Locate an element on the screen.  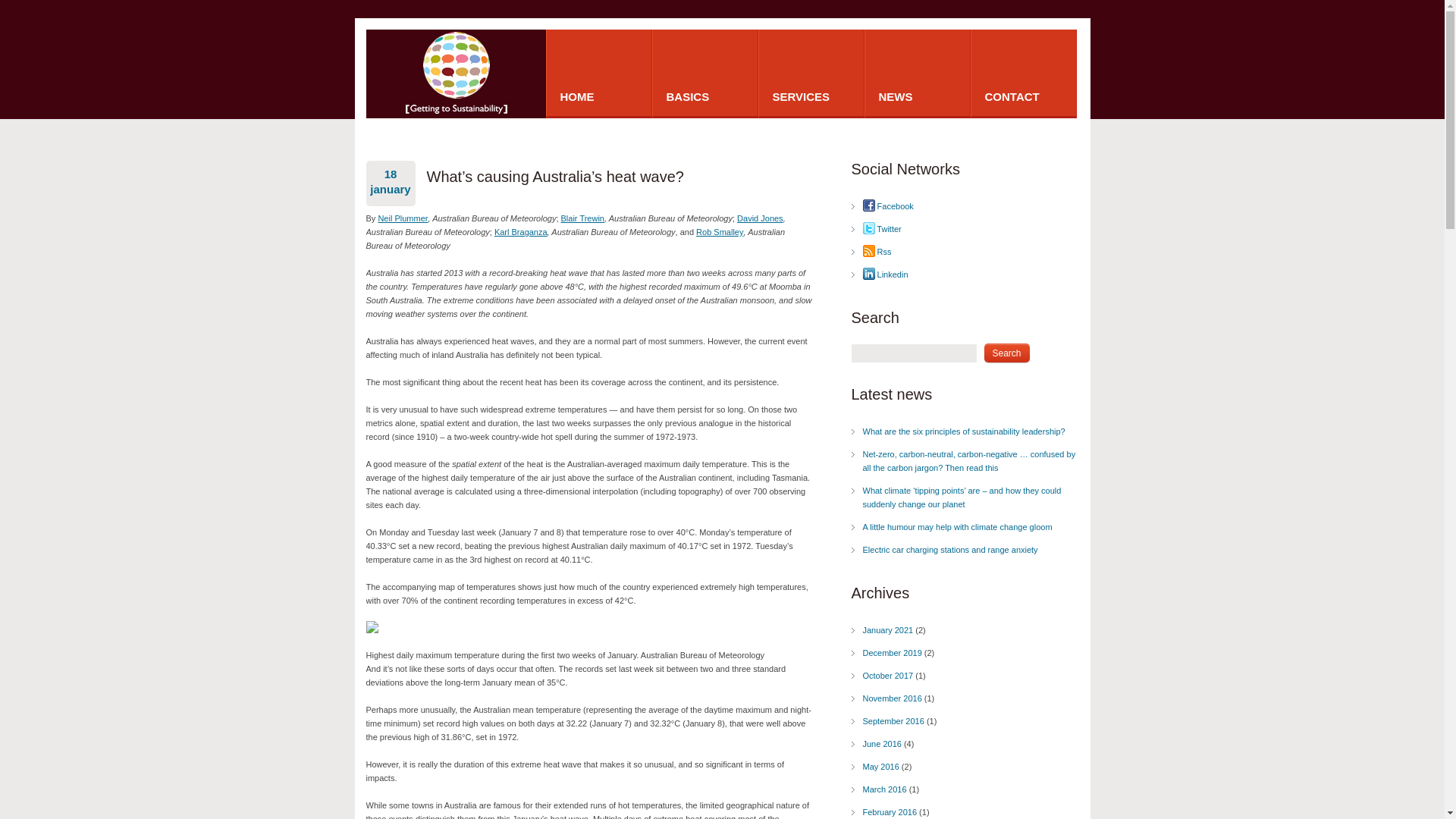
'CONTACT' is located at coordinates (1023, 74).